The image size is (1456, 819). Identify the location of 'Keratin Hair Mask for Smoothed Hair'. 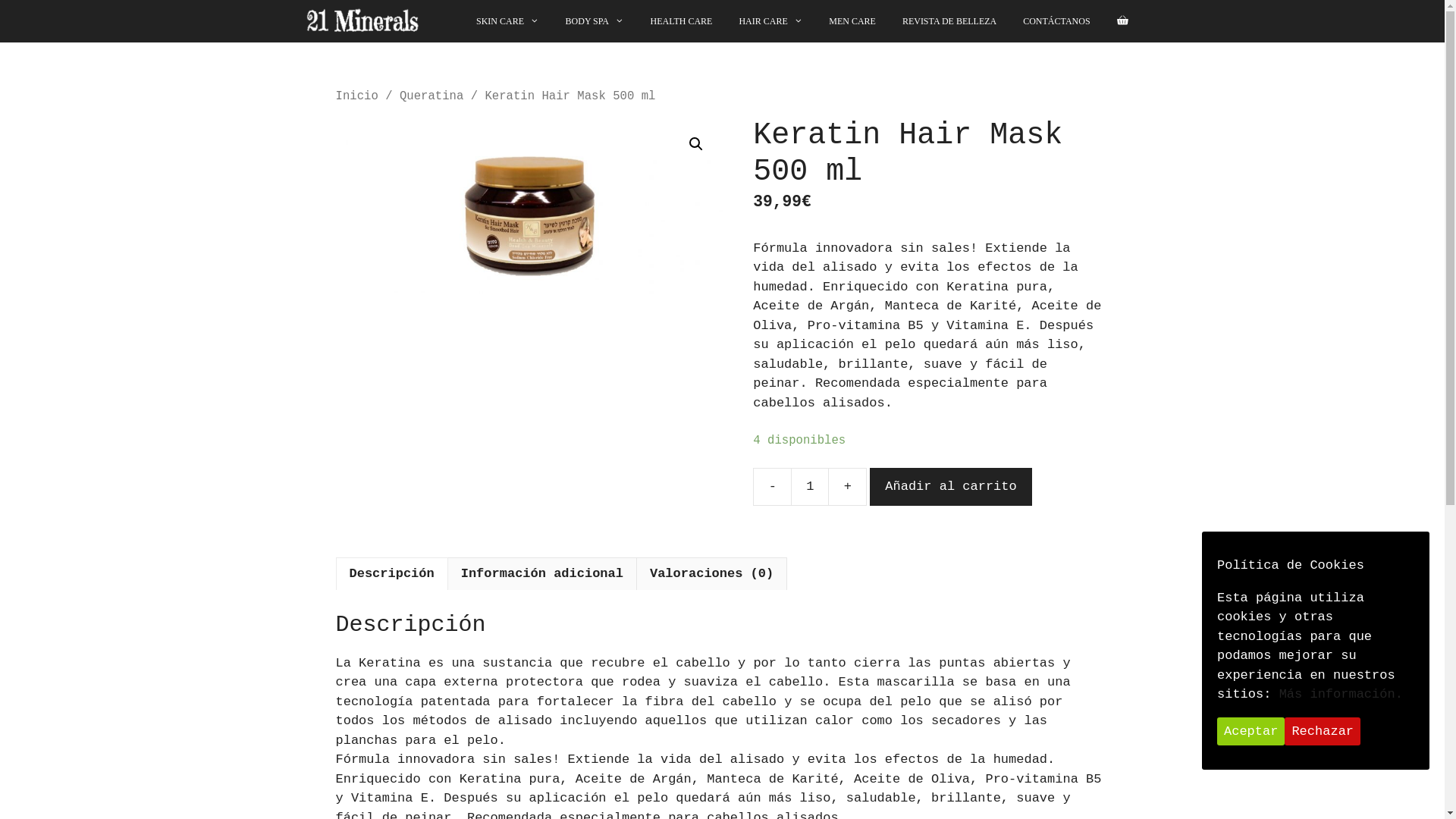
(528, 206).